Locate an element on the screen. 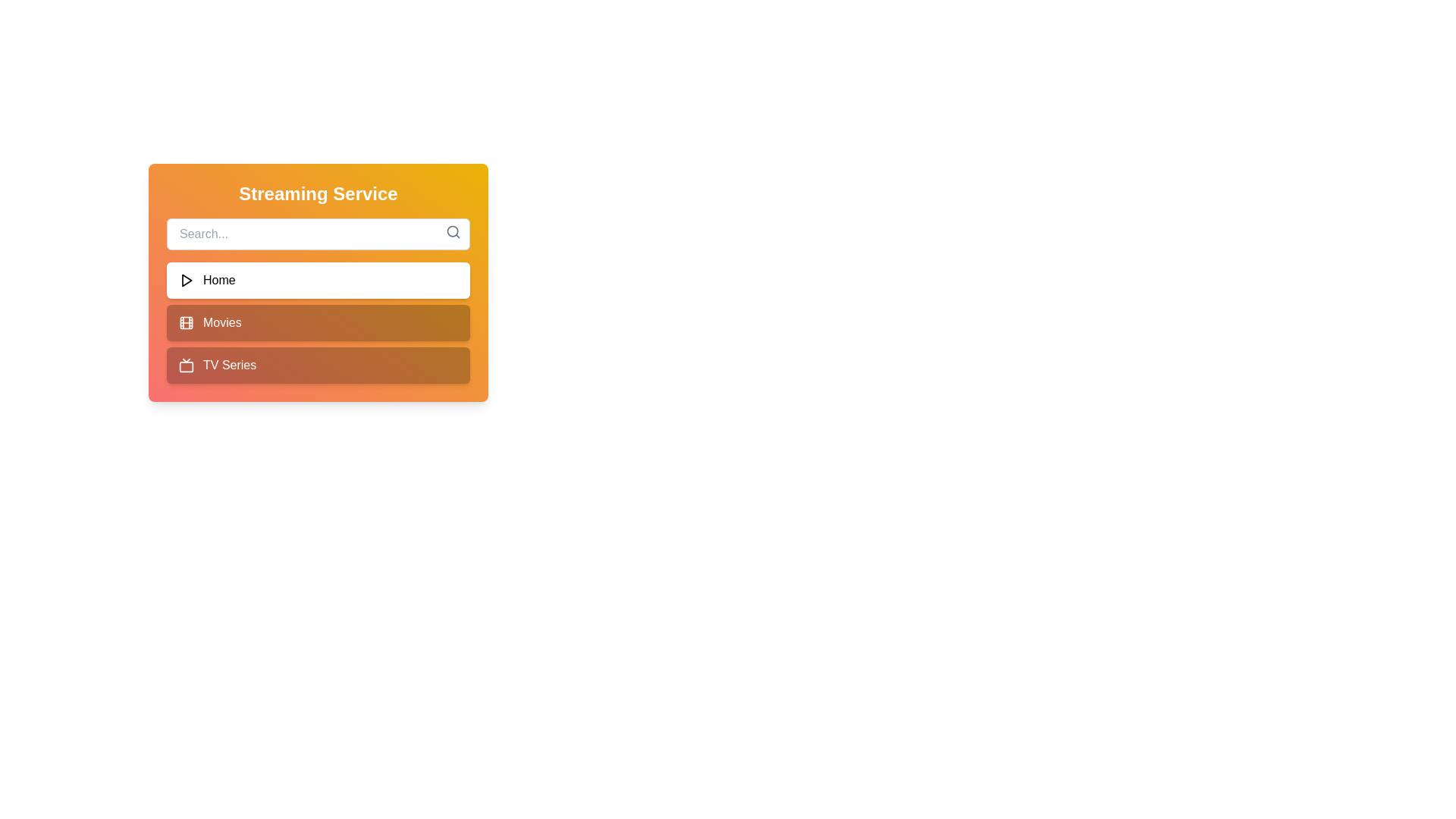  the TV Series icon located at the top-left corner of the 'TV Series' button, which is the third button in a vertical stack under the search bar on the left side of the application interface is located at coordinates (185, 366).